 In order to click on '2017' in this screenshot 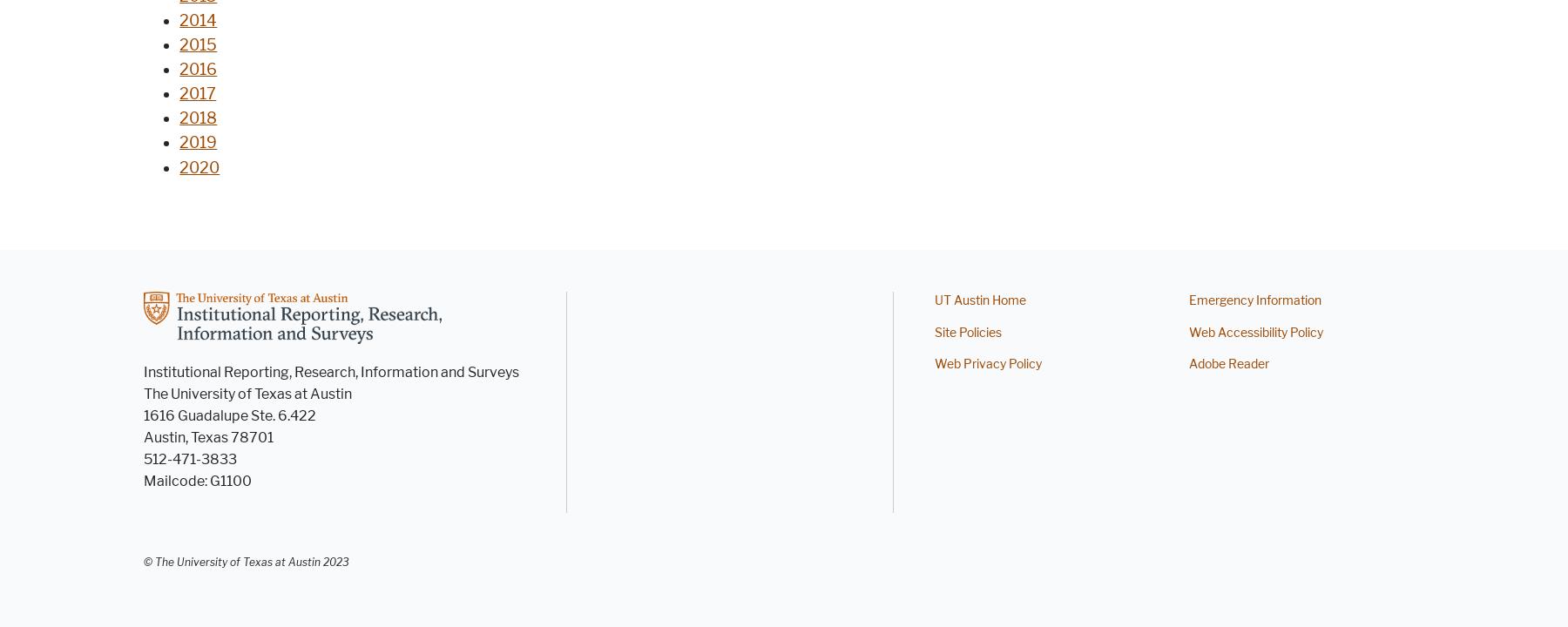, I will do `click(196, 94)`.